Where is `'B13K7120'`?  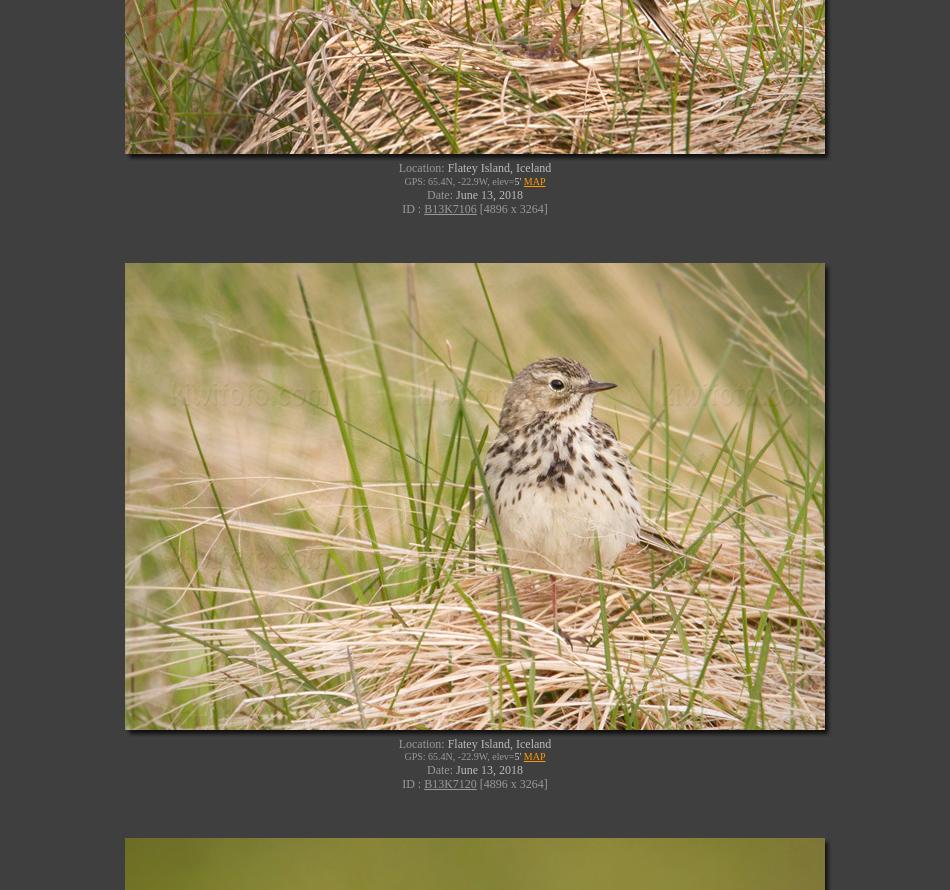
'B13K7120' is located at coordinates (449, 784).